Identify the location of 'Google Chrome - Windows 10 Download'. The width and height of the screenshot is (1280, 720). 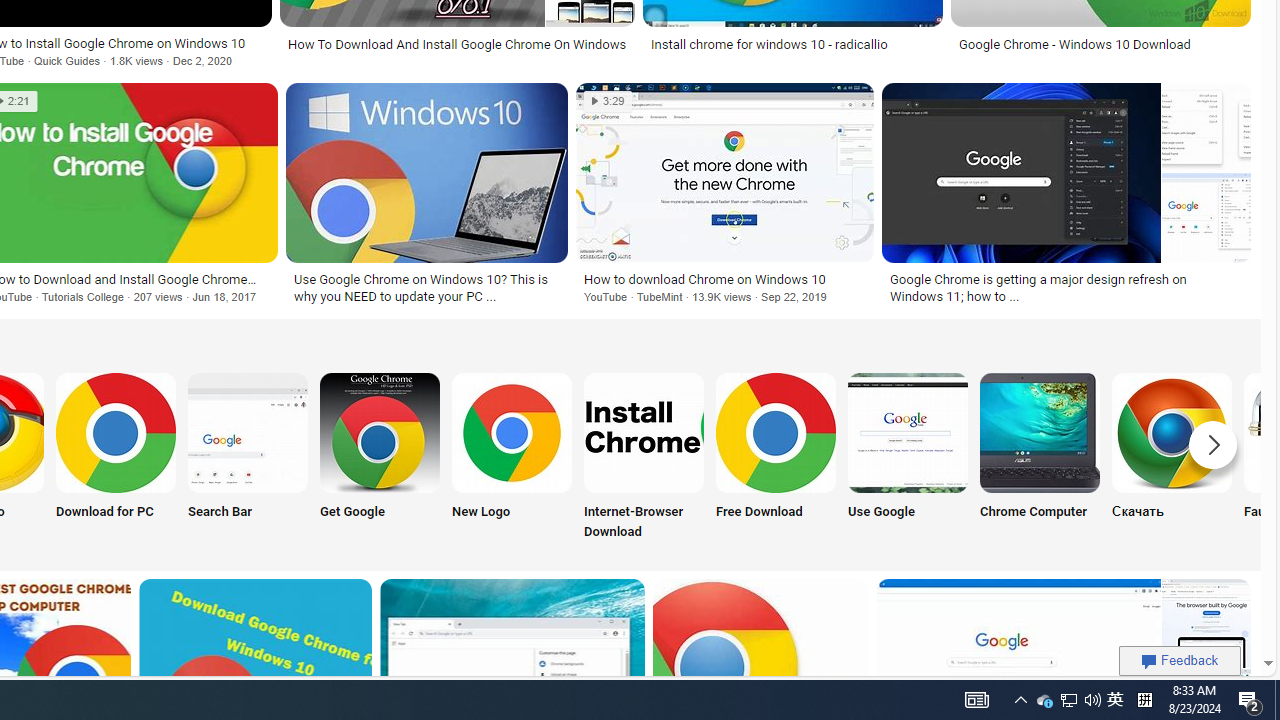
(1073, 44).